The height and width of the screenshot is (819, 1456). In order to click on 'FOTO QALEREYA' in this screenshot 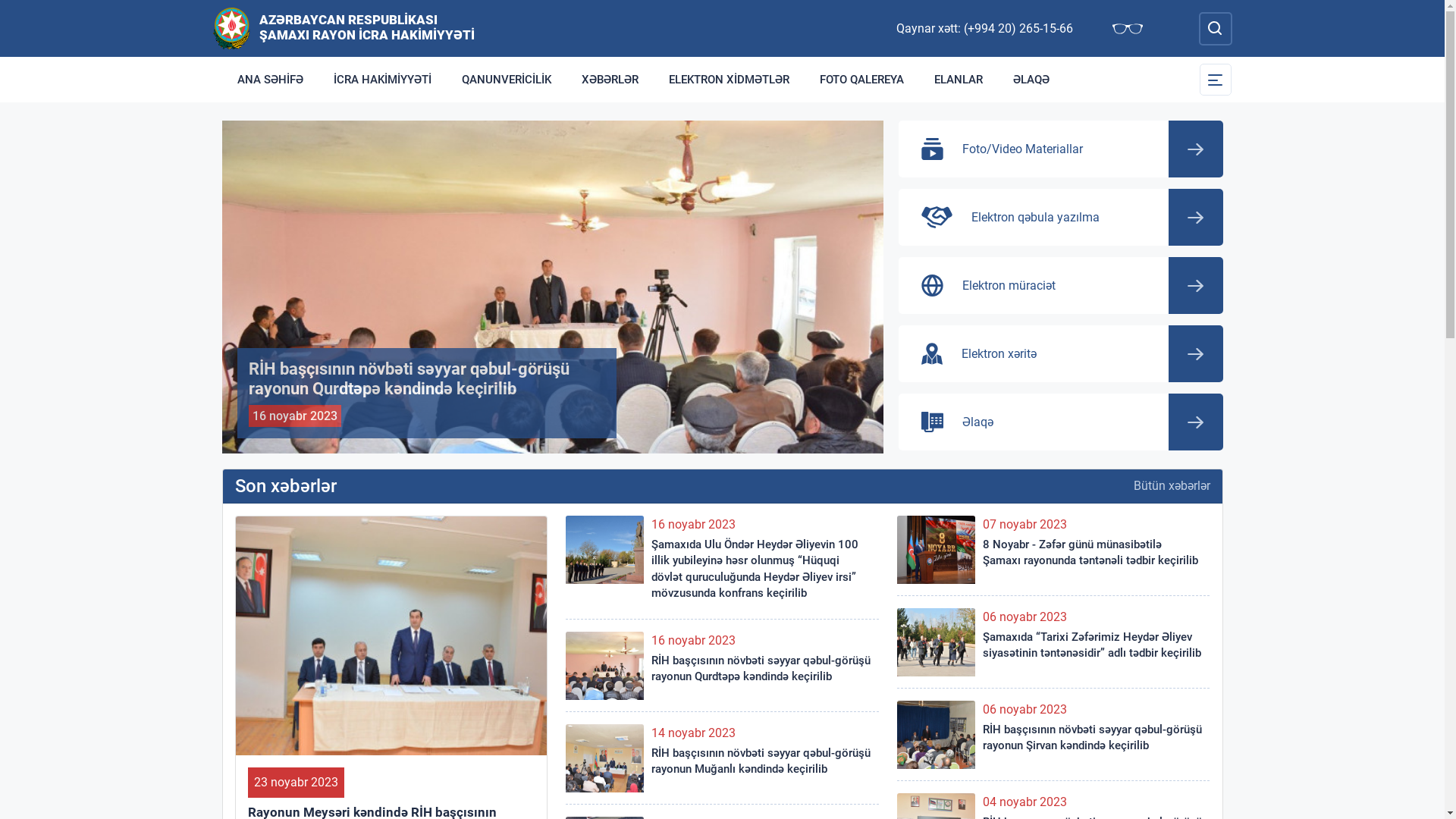, I will do `click(861, 79)`.